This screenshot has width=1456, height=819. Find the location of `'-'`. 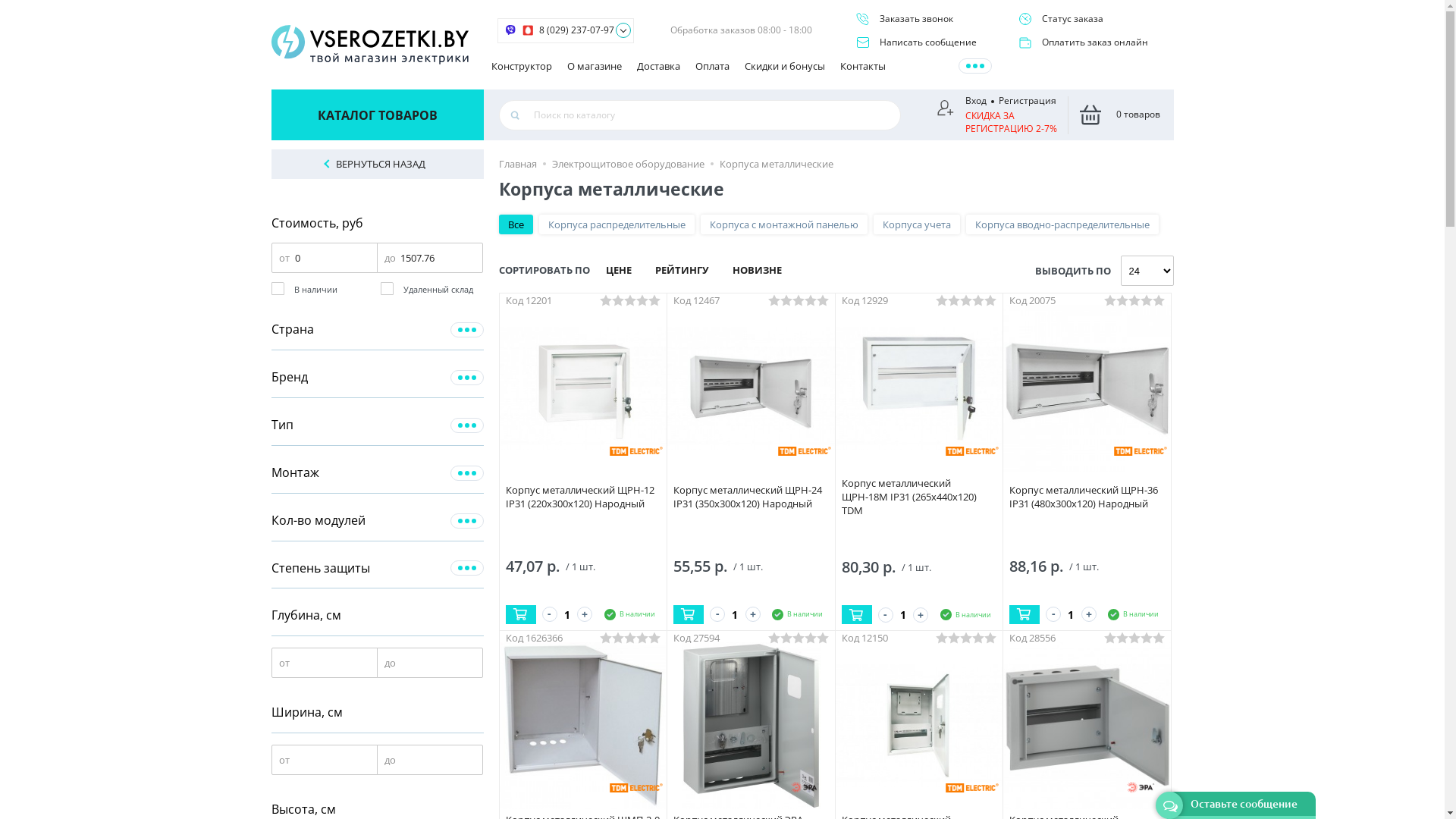

'-' is located at coordinates (548, 614).